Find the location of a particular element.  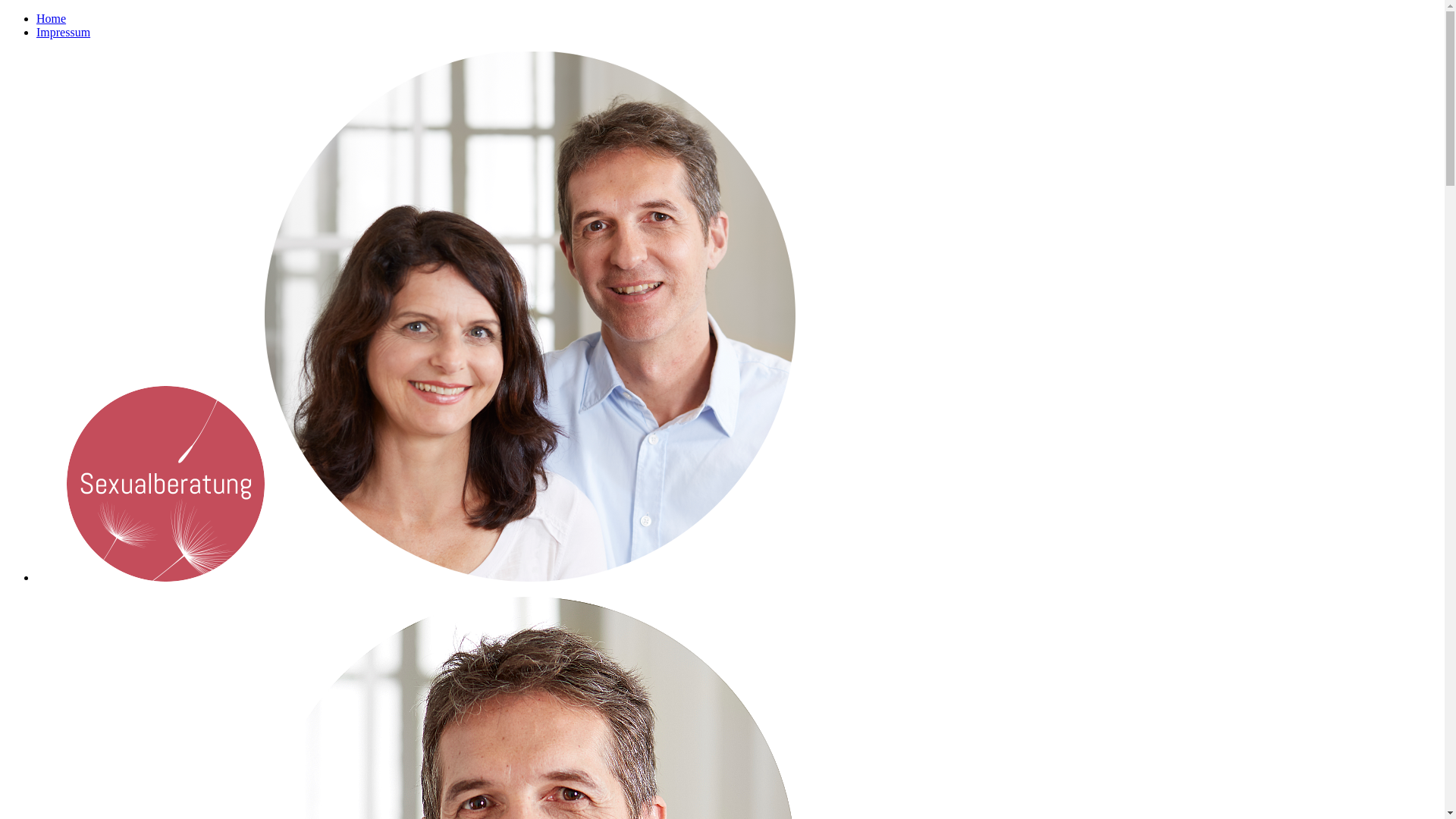

'Impressum' is located at coordinates (36, 32).